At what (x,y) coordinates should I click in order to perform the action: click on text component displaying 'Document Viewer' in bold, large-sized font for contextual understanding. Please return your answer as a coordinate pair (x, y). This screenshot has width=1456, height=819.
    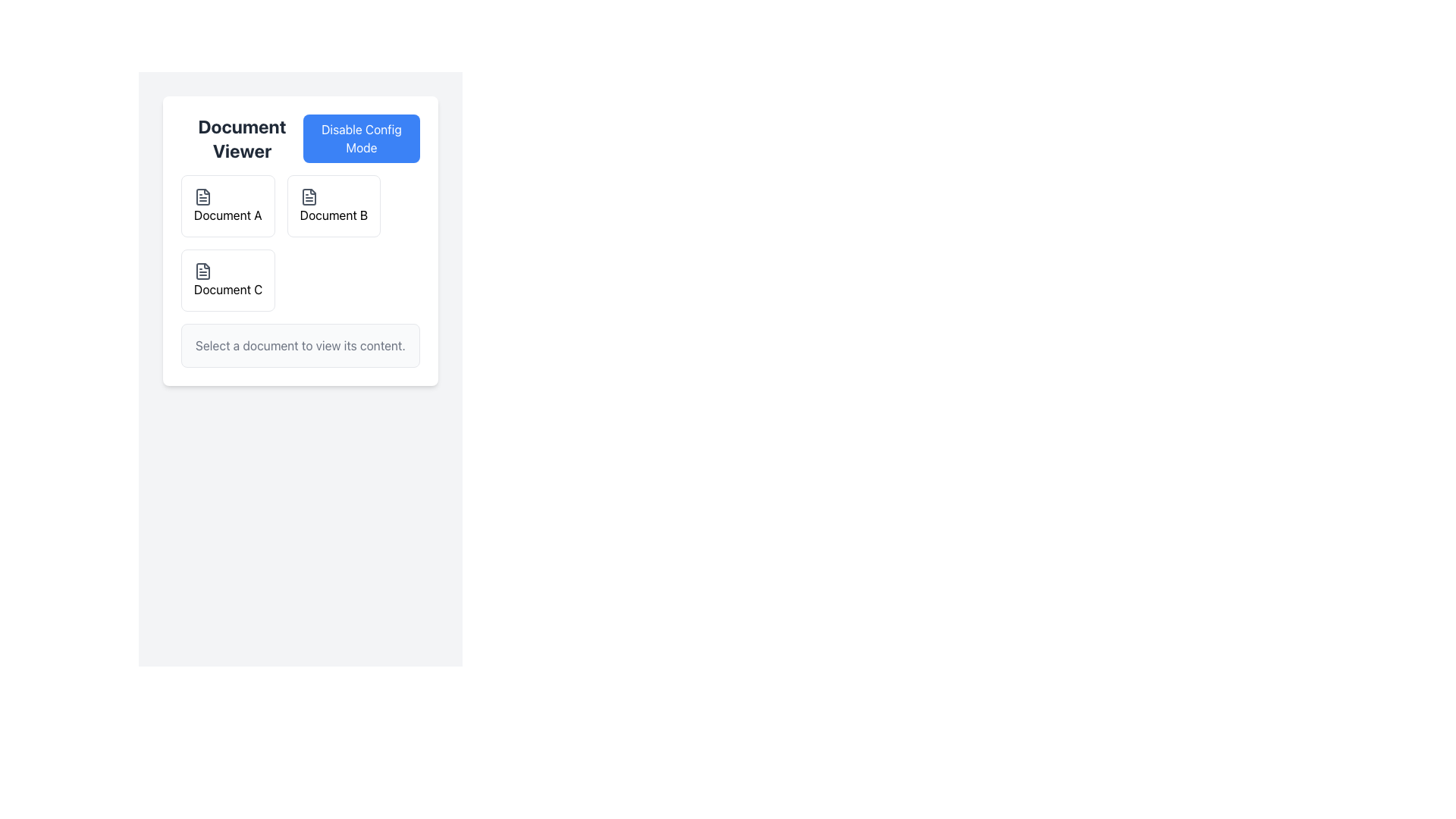
    Looking at the image, I should click on (241, 138).